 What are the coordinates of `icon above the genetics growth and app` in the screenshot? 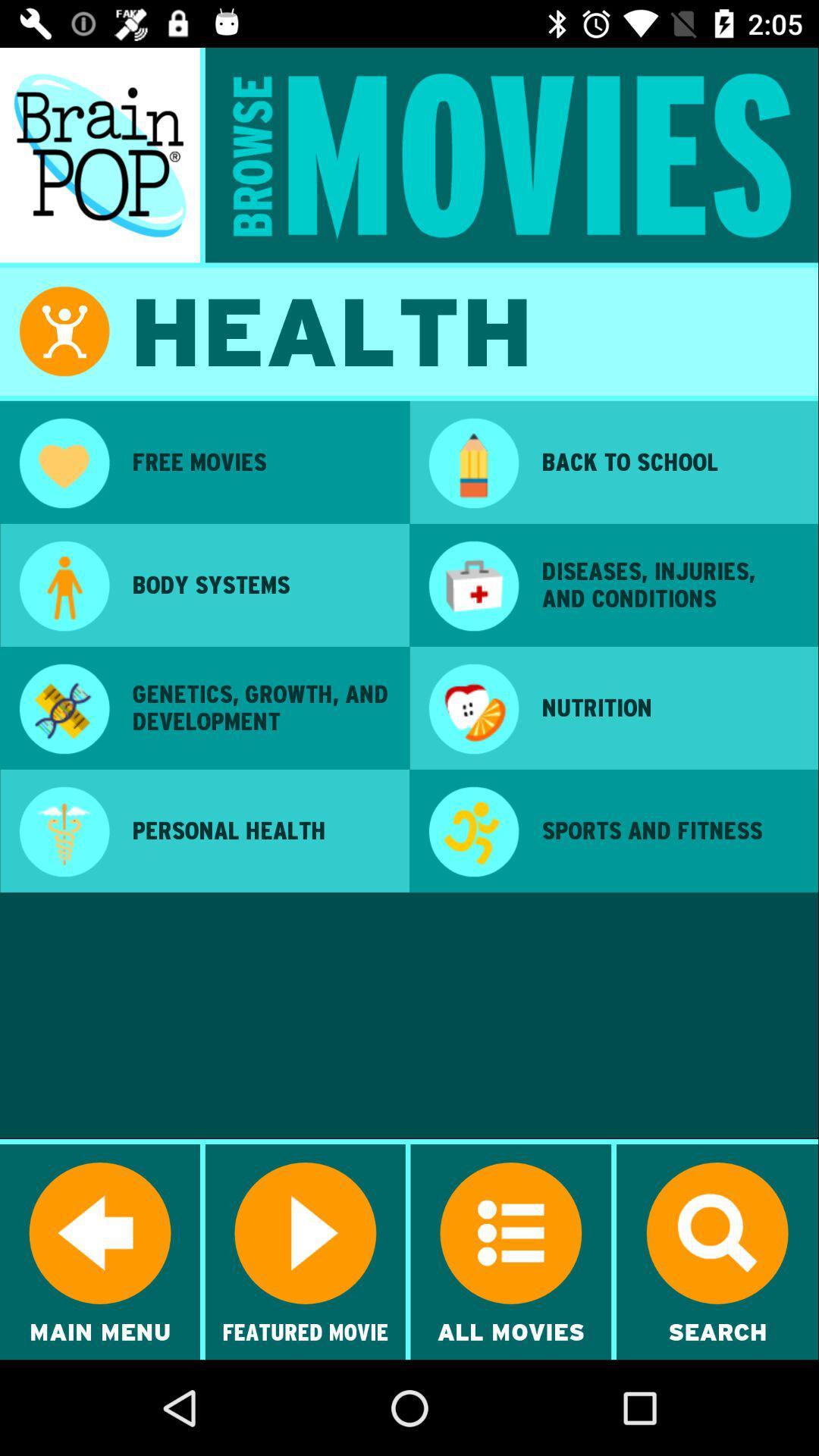 It's located at (259, 584).